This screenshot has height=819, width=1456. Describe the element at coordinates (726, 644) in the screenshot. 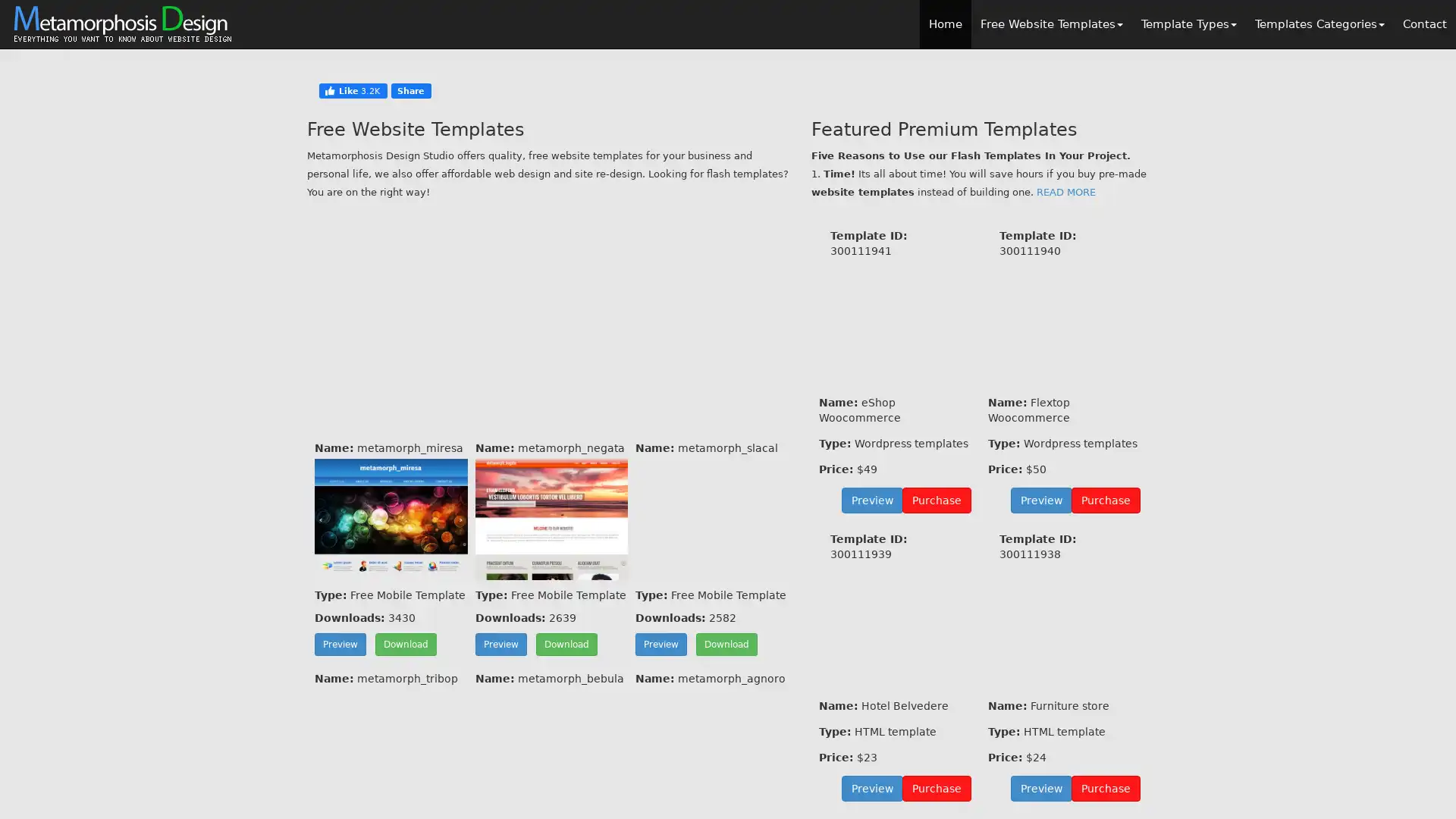

I see `Download` at that location.